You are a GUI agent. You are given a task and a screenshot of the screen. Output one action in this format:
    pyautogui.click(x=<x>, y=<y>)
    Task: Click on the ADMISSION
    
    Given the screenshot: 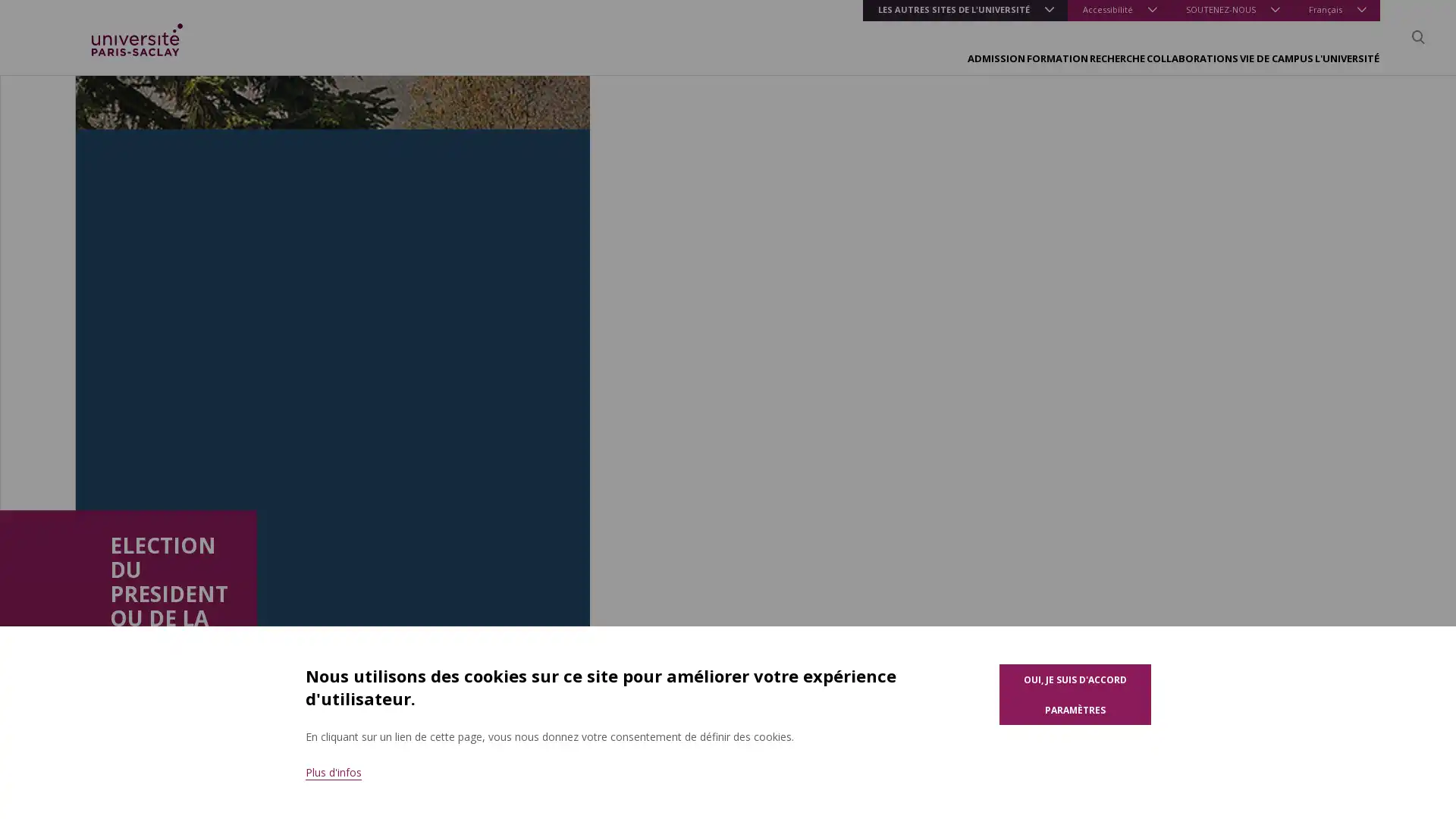 What is the action you would take?
    pyautogui.click(x=758, y=52)
    